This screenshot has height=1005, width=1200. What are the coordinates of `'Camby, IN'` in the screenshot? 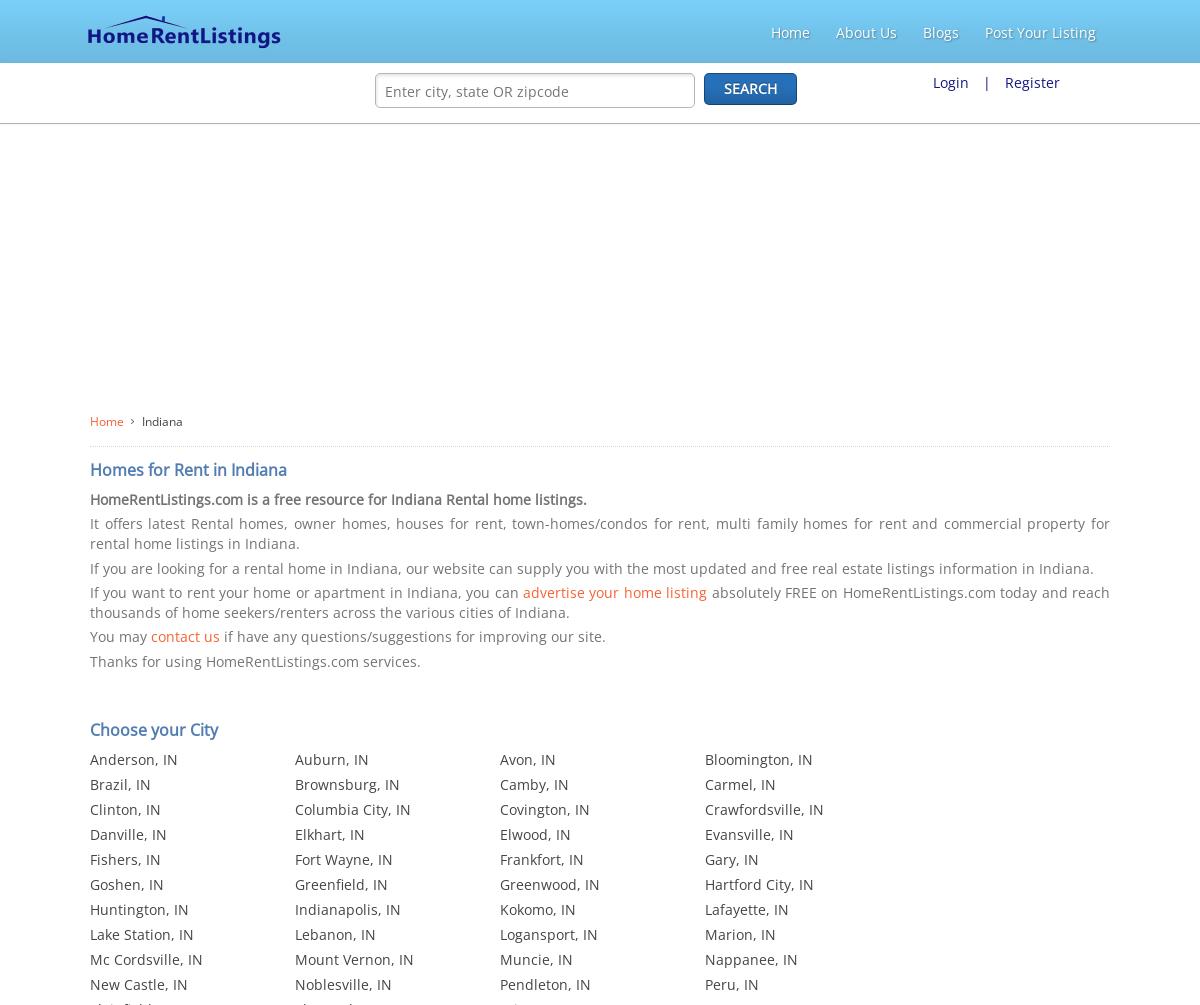 It's located at (533, 784).